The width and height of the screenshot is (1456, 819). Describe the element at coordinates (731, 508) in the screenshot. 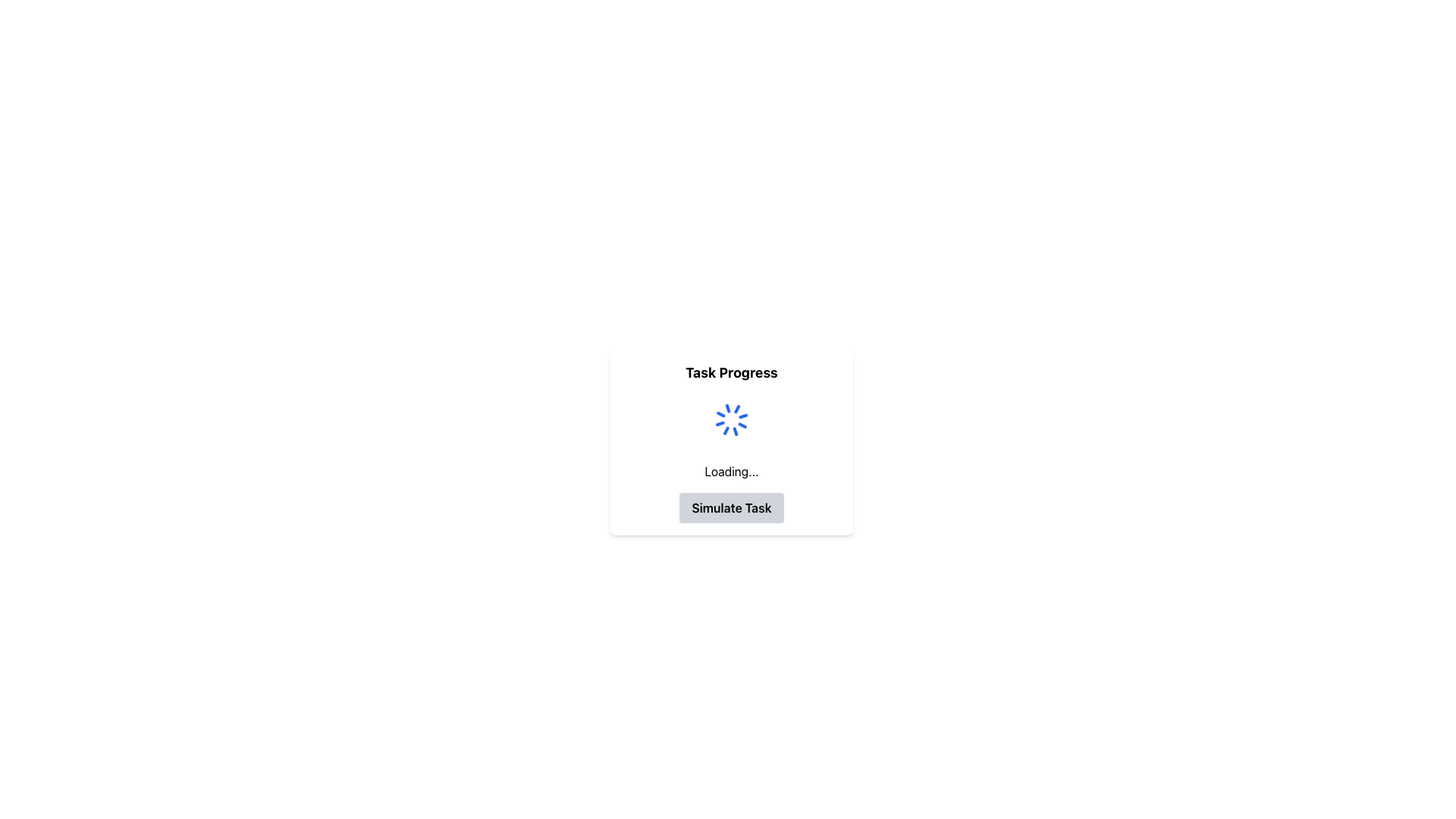

I see `the 'Simulate Task' button with rounded corners and a gray background for keyboard navigation` at that location.